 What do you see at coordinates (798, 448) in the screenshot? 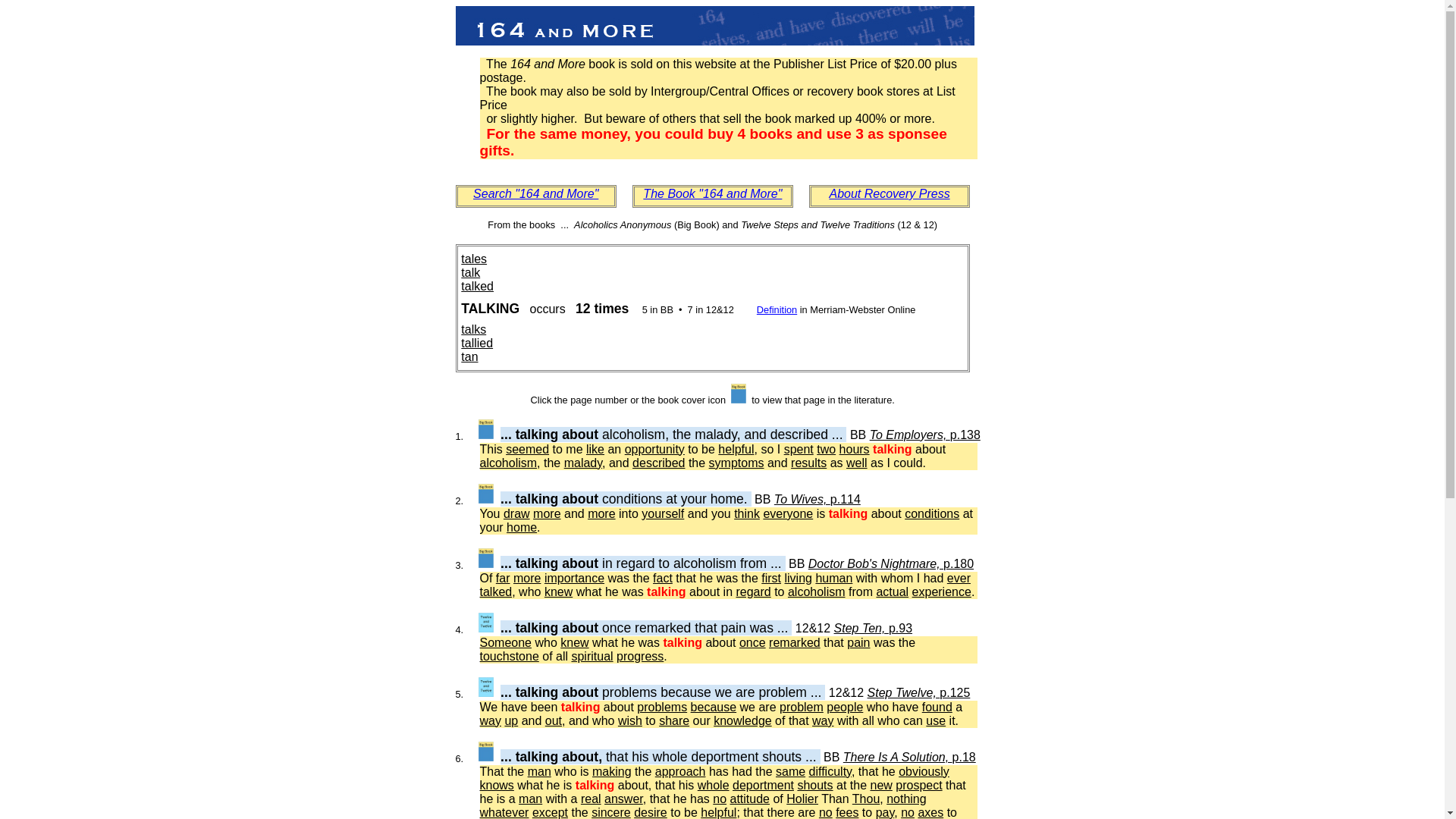
I see `'spent'` at bounding box center [798, 448].